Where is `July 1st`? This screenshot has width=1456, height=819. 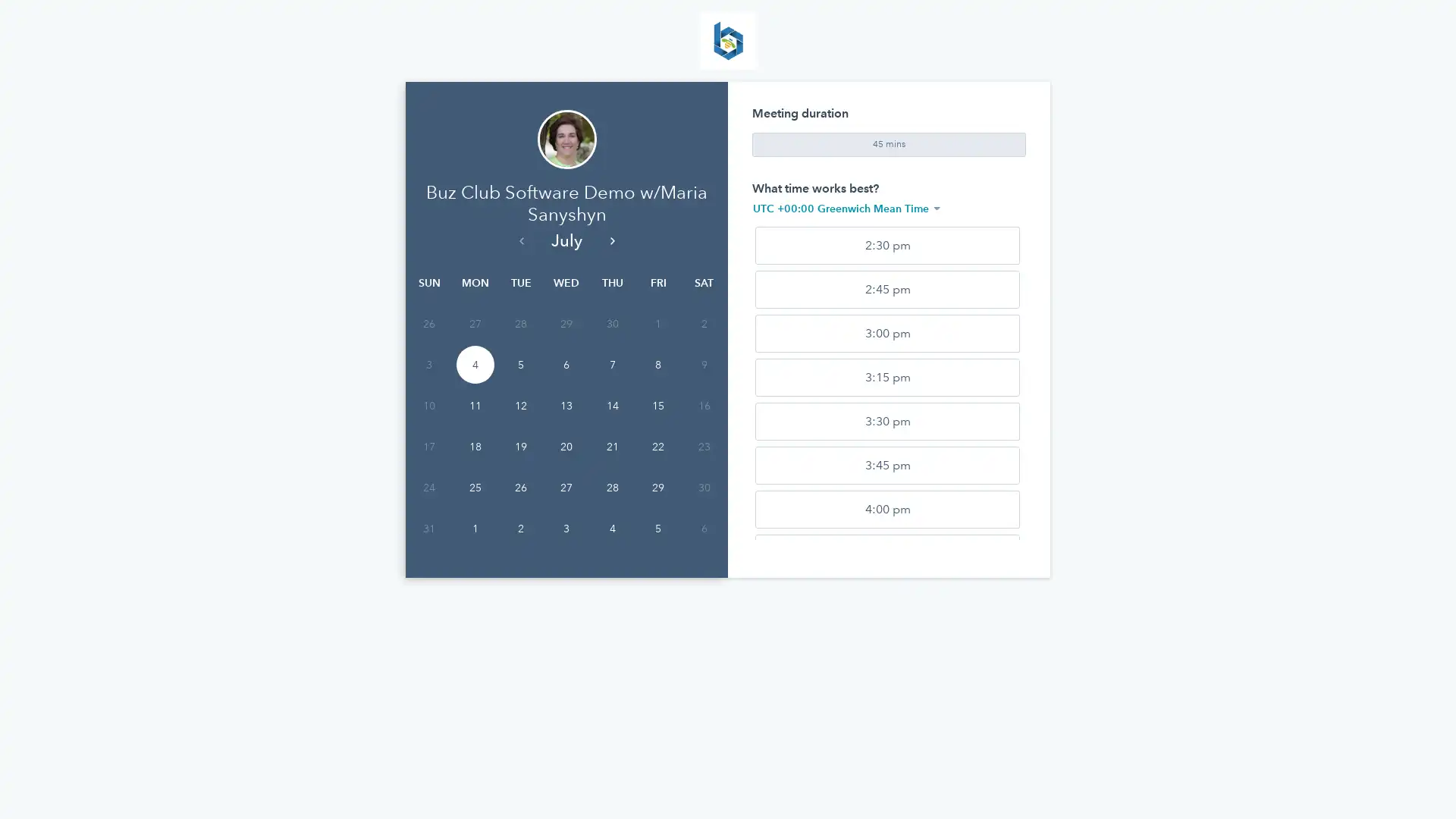 July 1st is located at coordinates (658, 323).